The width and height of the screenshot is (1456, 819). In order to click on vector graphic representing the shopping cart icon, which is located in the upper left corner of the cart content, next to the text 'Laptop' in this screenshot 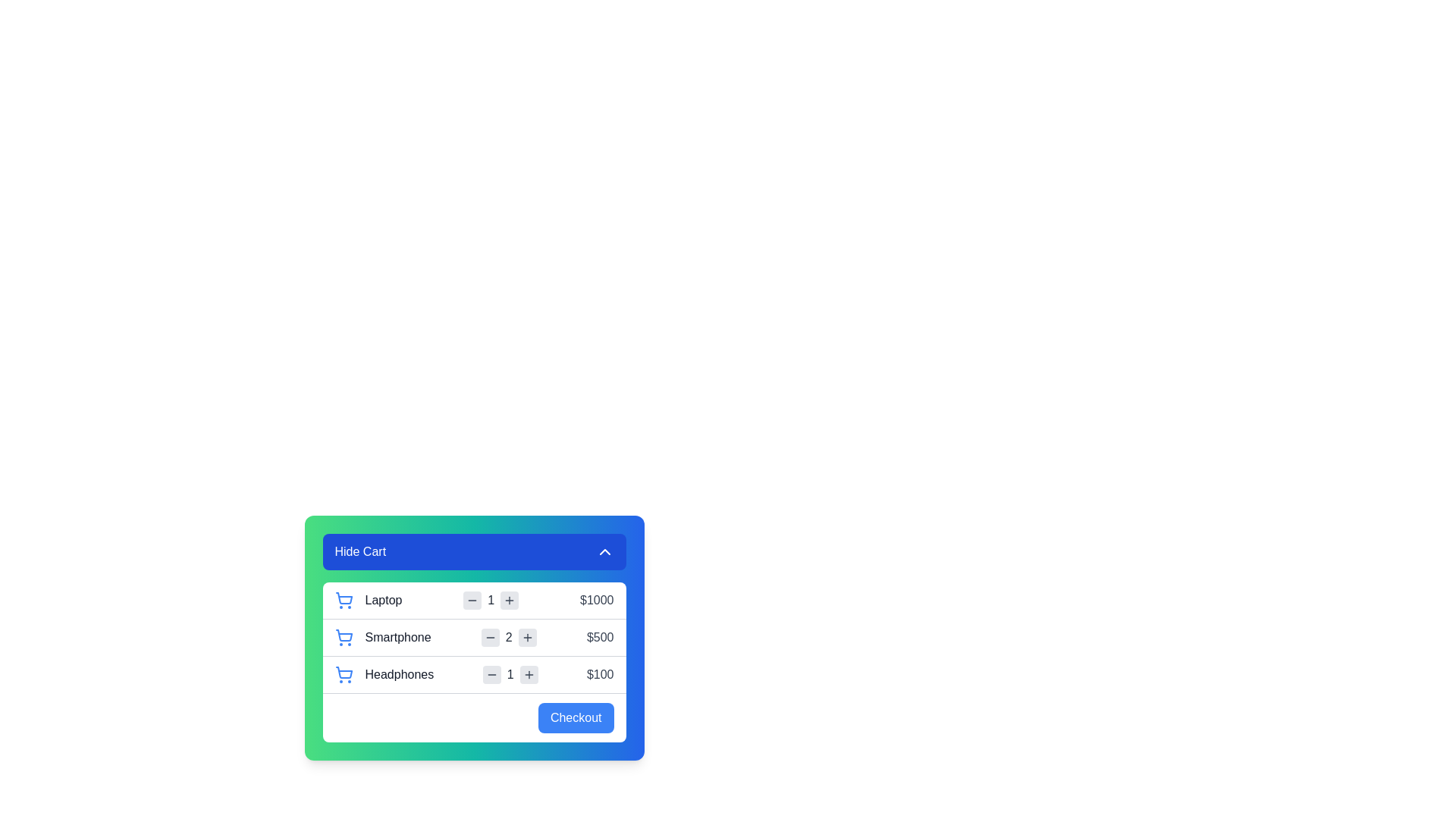, I will do `click(343, 598)`.